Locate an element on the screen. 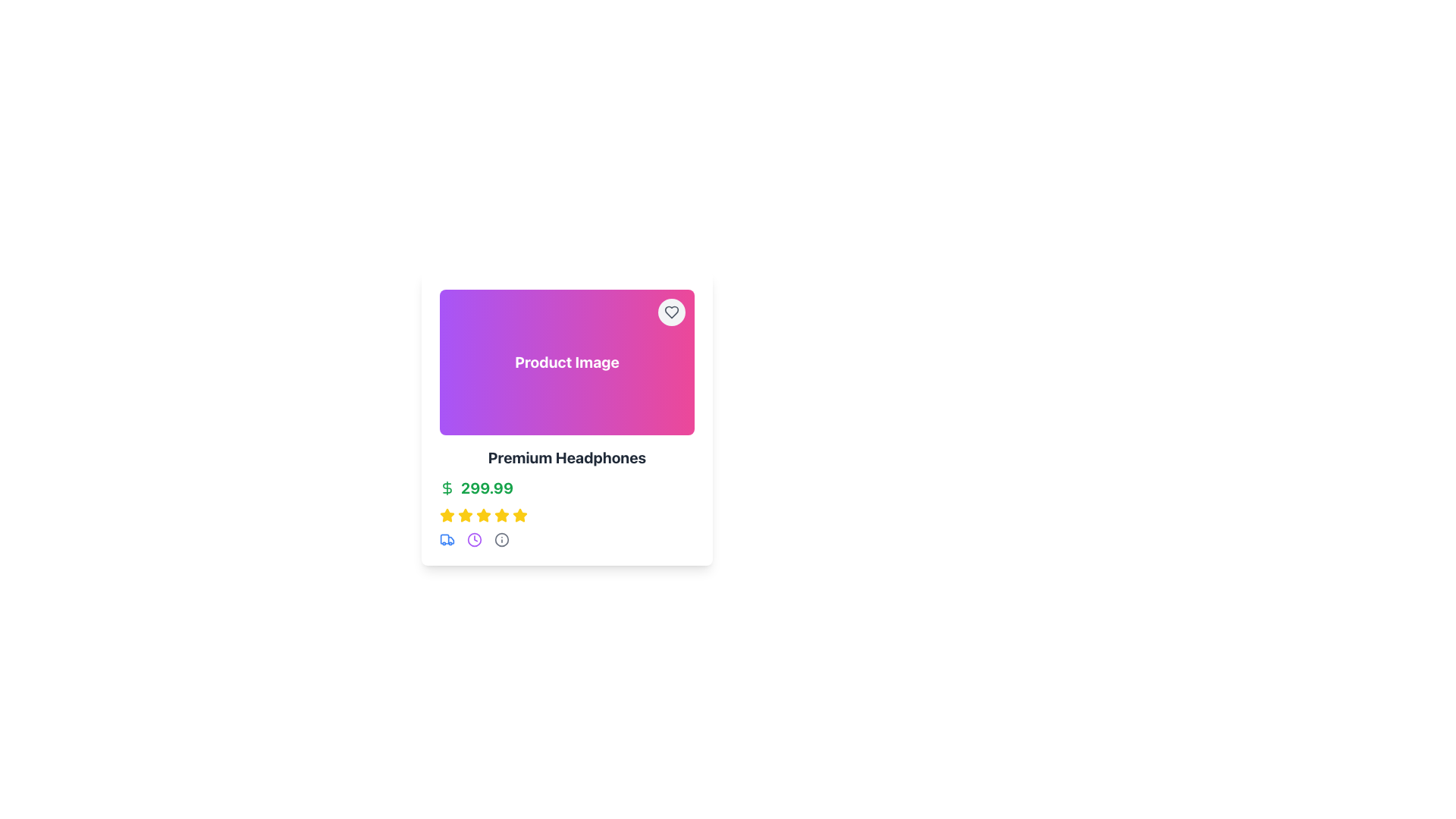 Image resolution: width=1456 pixels, height=819 pixels. the small blue truck icon that indicates 'Free 2-day shipping available', positioned below the product image and title is located at coordinates (447, 539).